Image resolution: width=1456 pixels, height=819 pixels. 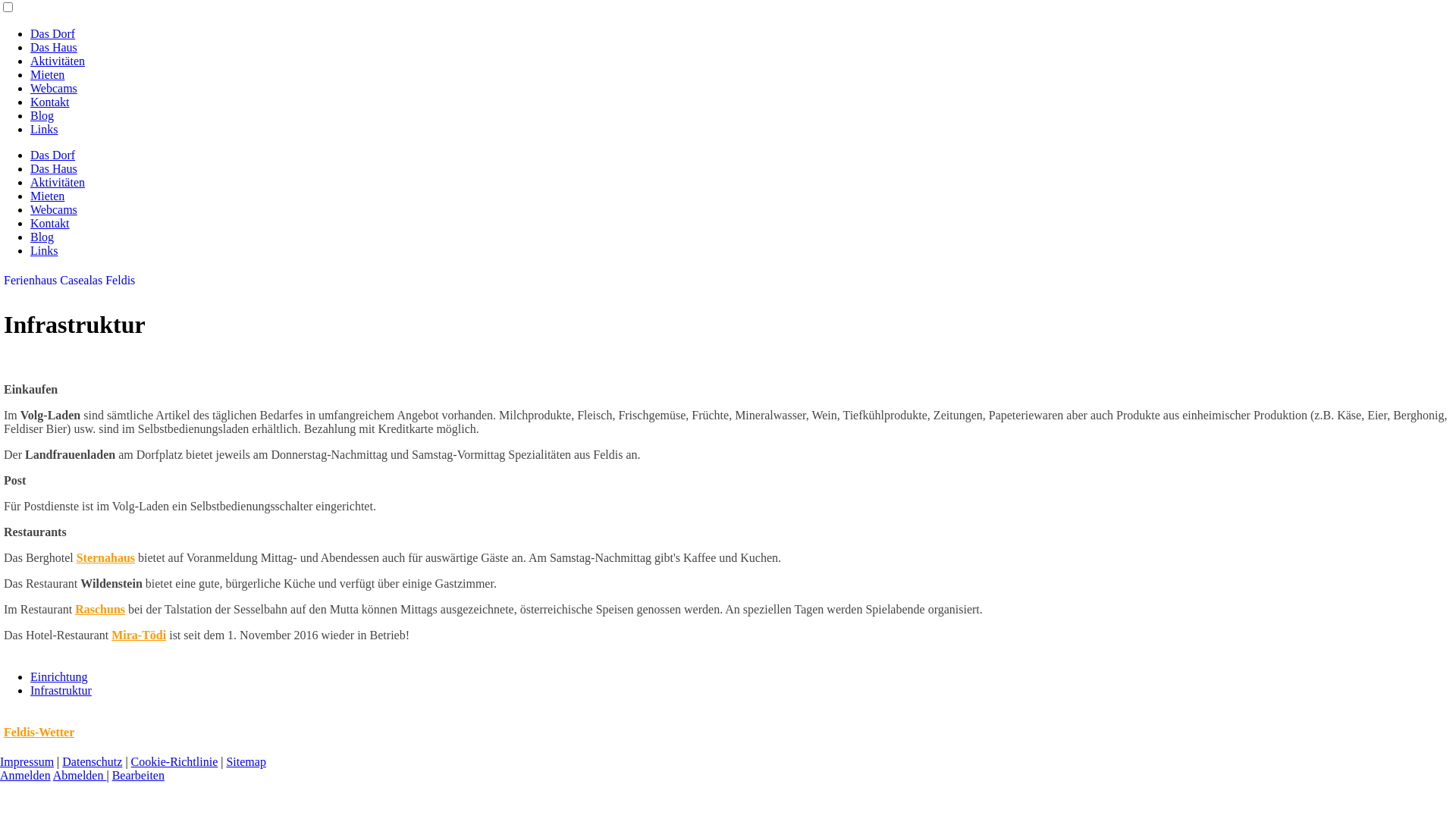 I want to click on 'Bearbeiten', so click(x=138, y=775).